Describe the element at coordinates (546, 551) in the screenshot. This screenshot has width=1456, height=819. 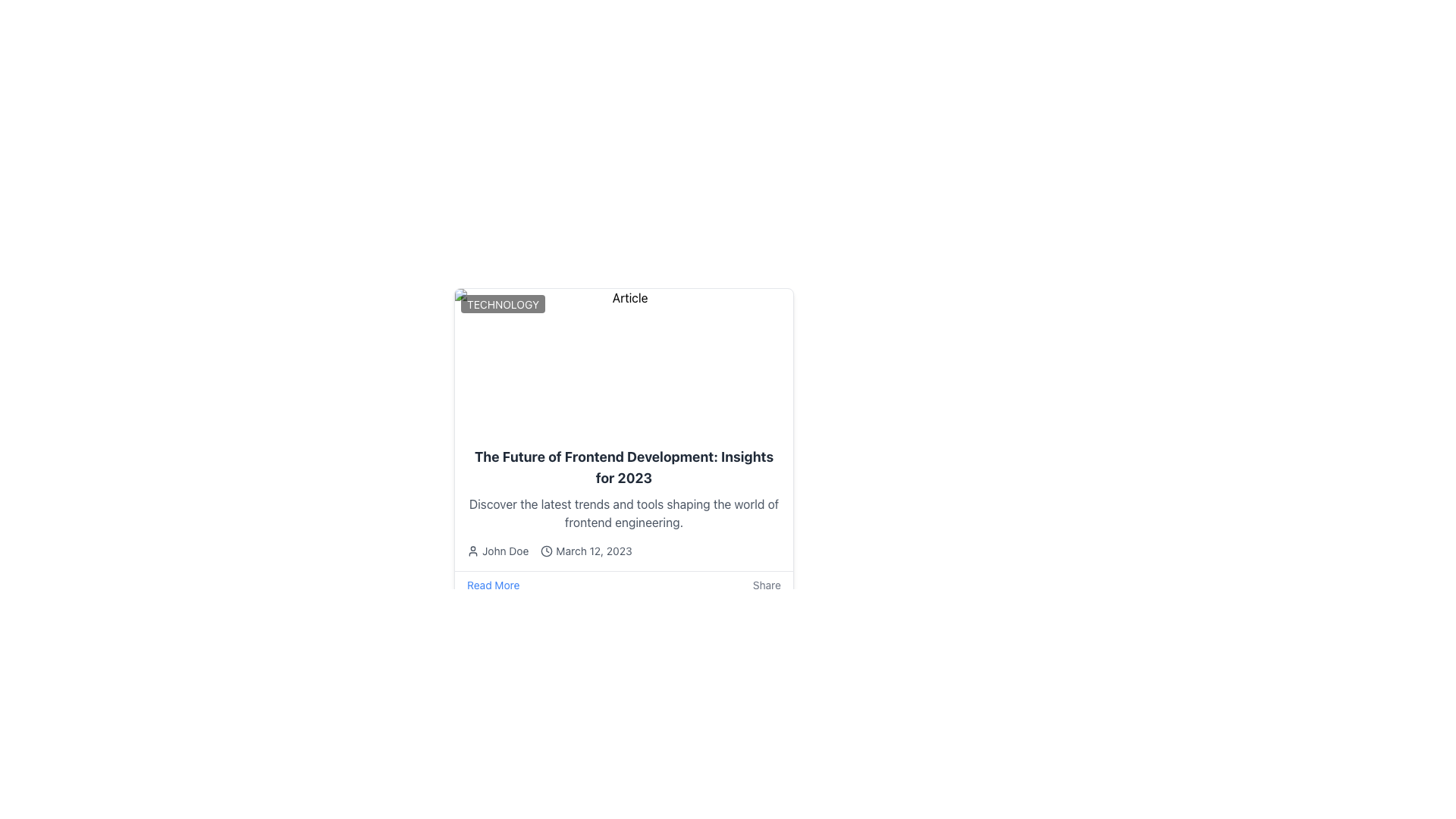
I see `the circular graphical decoration element in the SVG, which serves as a background or decorative component in an icon representing time or a clock` at that location.